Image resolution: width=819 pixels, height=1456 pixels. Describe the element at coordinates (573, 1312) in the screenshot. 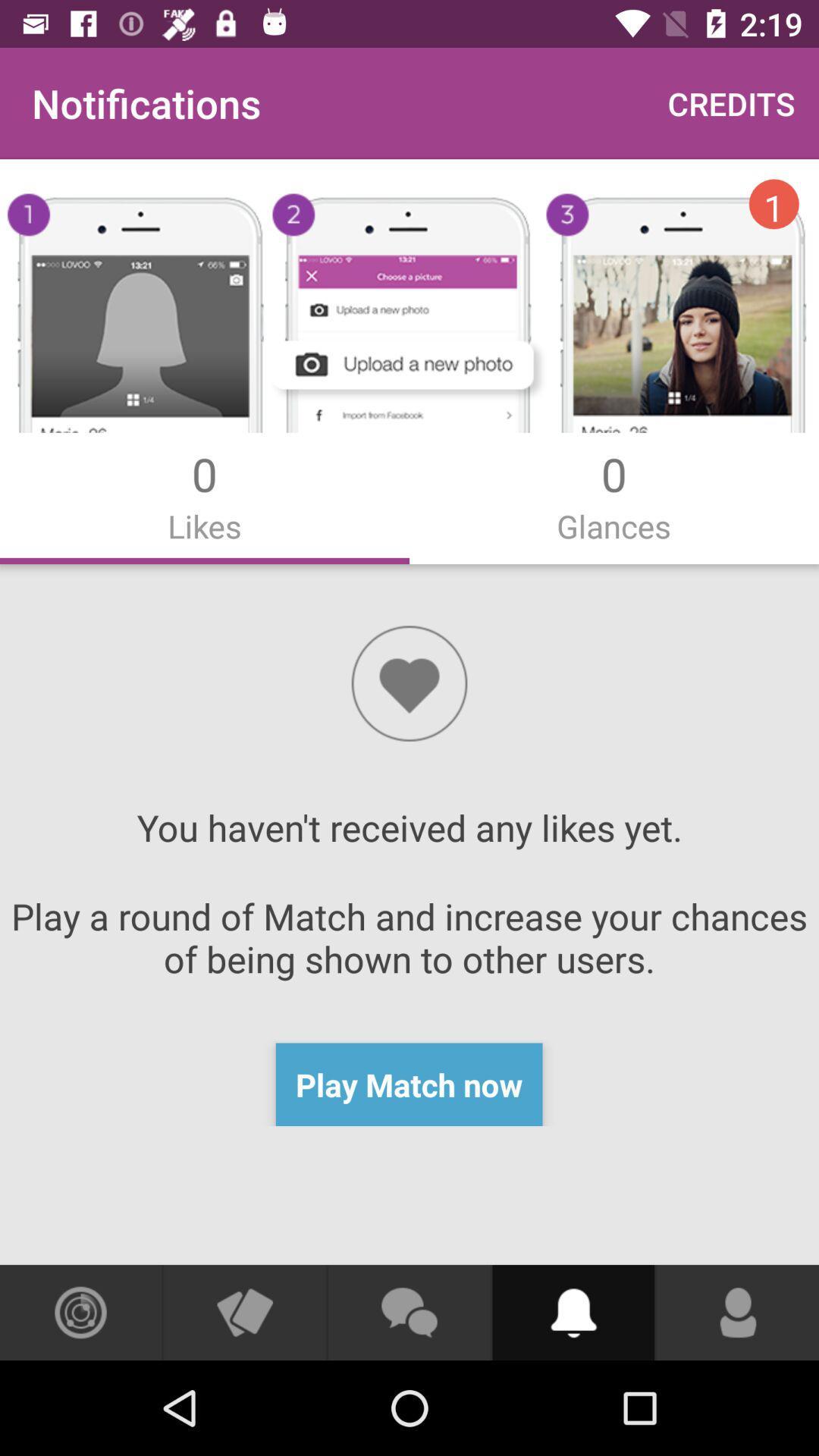

I see `alert informations button` at that location.